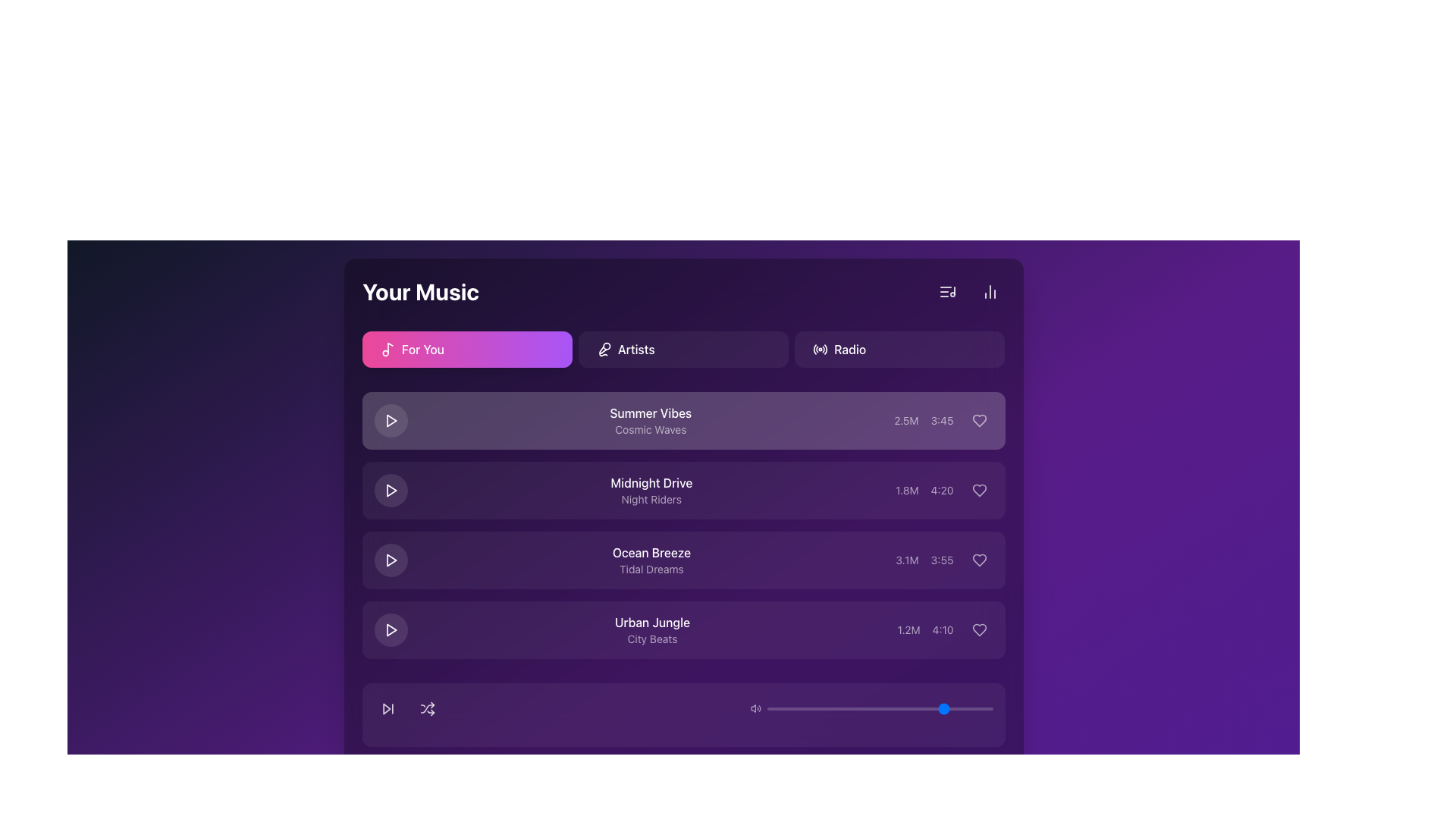 The image size is (1456, 819). Describe the element at coordinates (391, 629) in the screenshot. I see `the triangular red play icon located next to the song title 'Urban Jungle' to play the associated song` at that location.